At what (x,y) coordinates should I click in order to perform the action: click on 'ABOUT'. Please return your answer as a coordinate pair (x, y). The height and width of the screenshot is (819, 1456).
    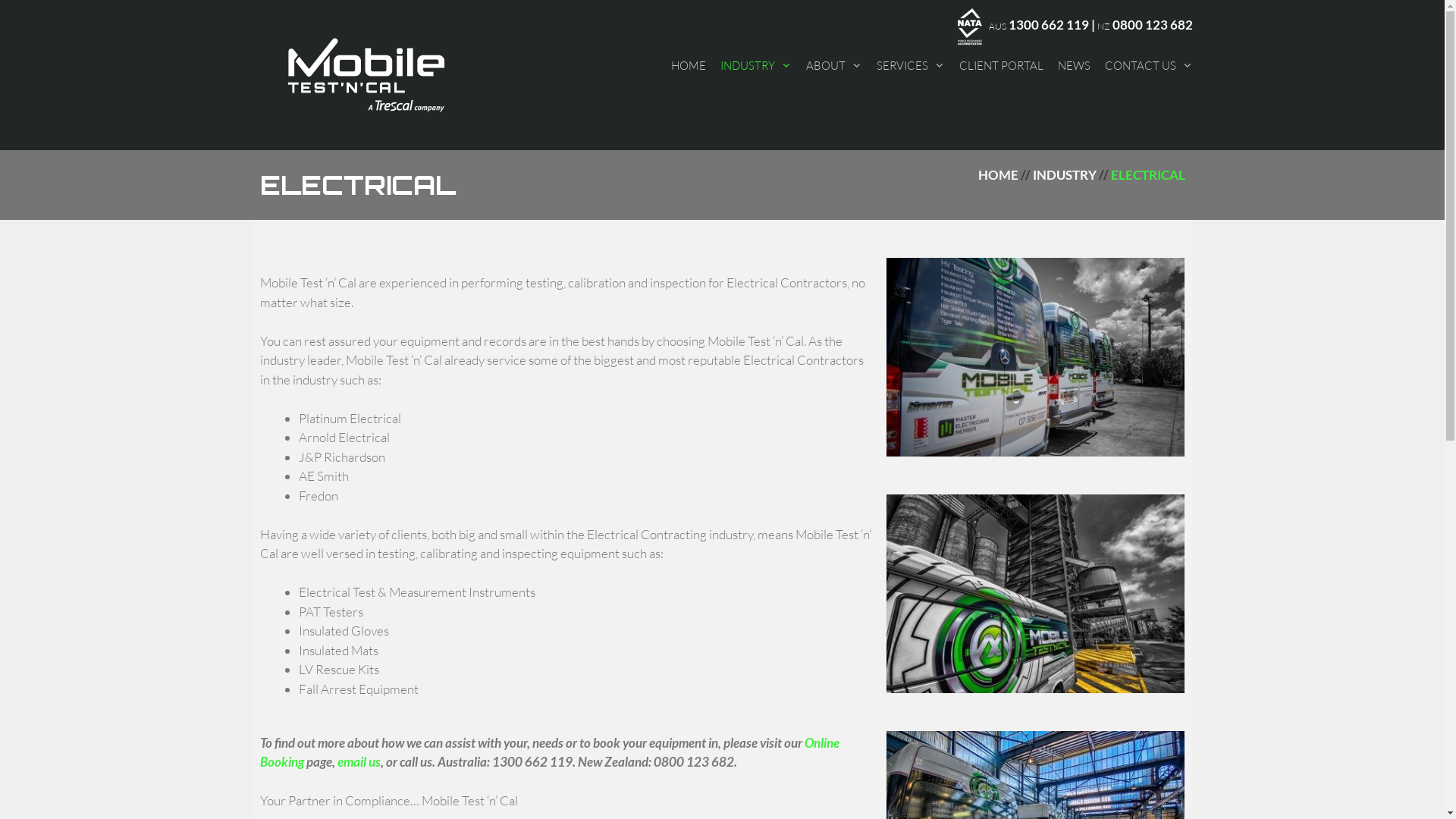
    Looking at the image, I should click on (804, 64).